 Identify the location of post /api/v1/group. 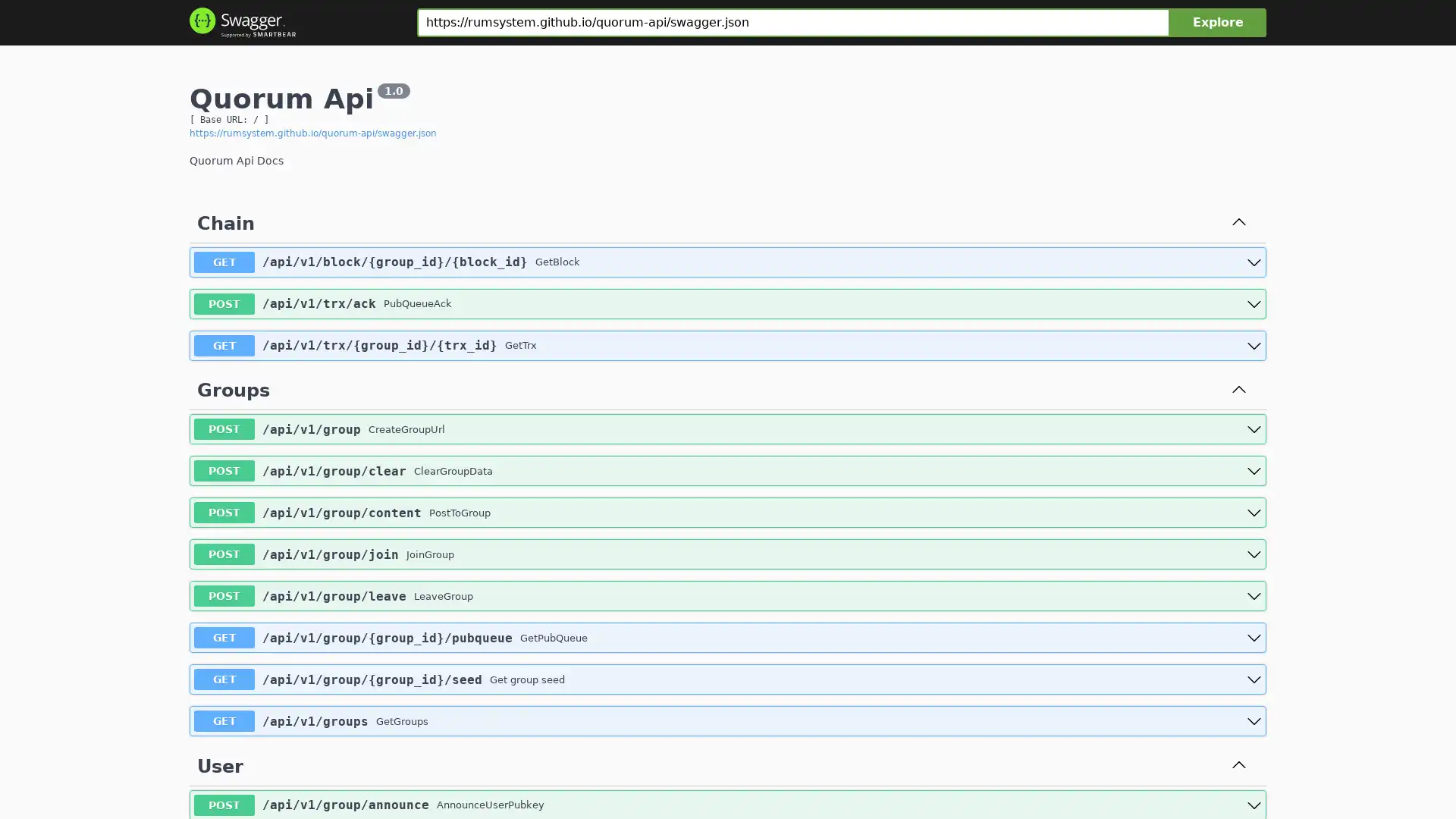
(728, 429).